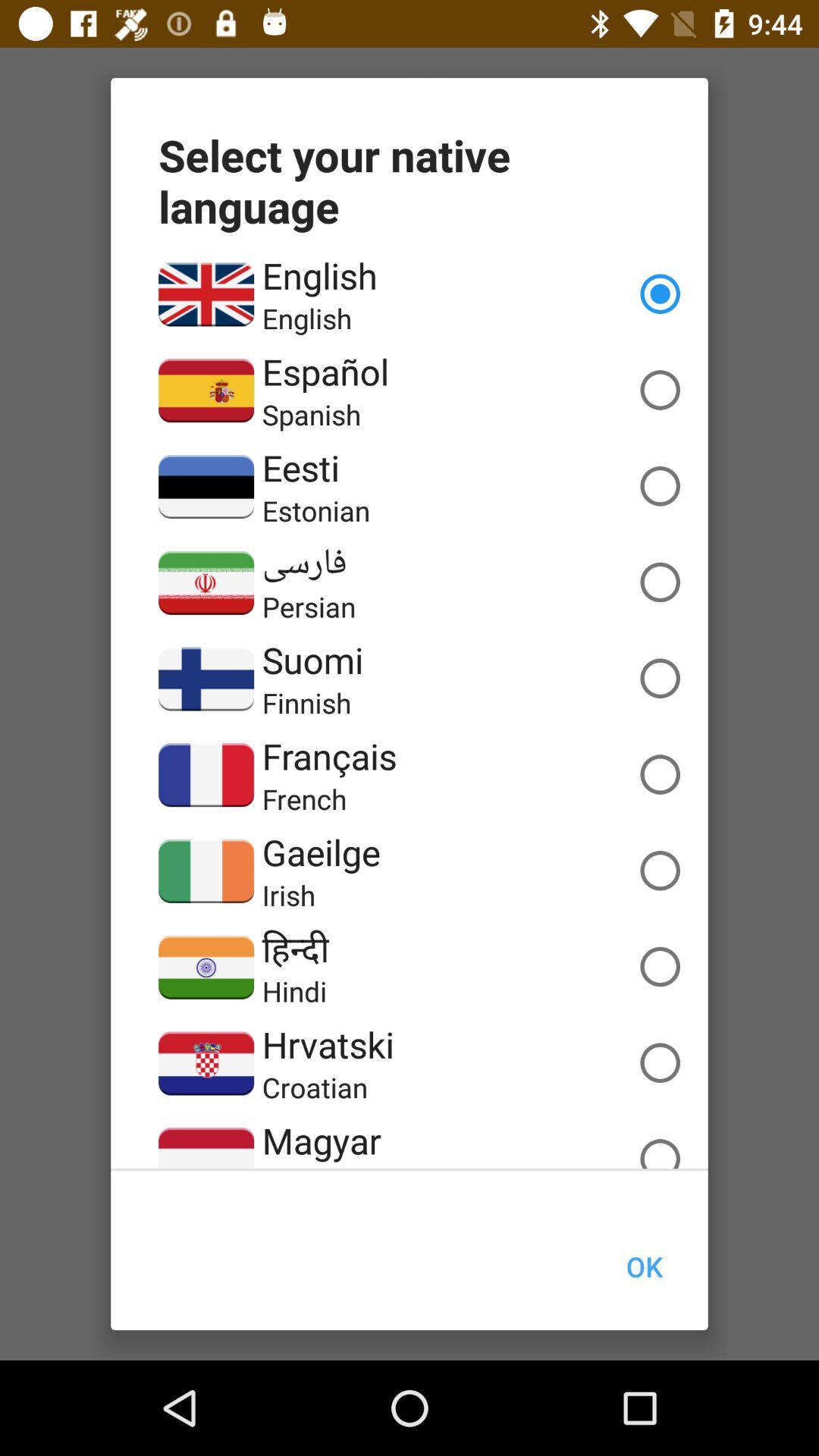 This screenshot has height=1456, width=819. What do you see at coordinates (320, 852) in the screenshot?
I see `the gaeilge app` at bounding box center [320, 852].